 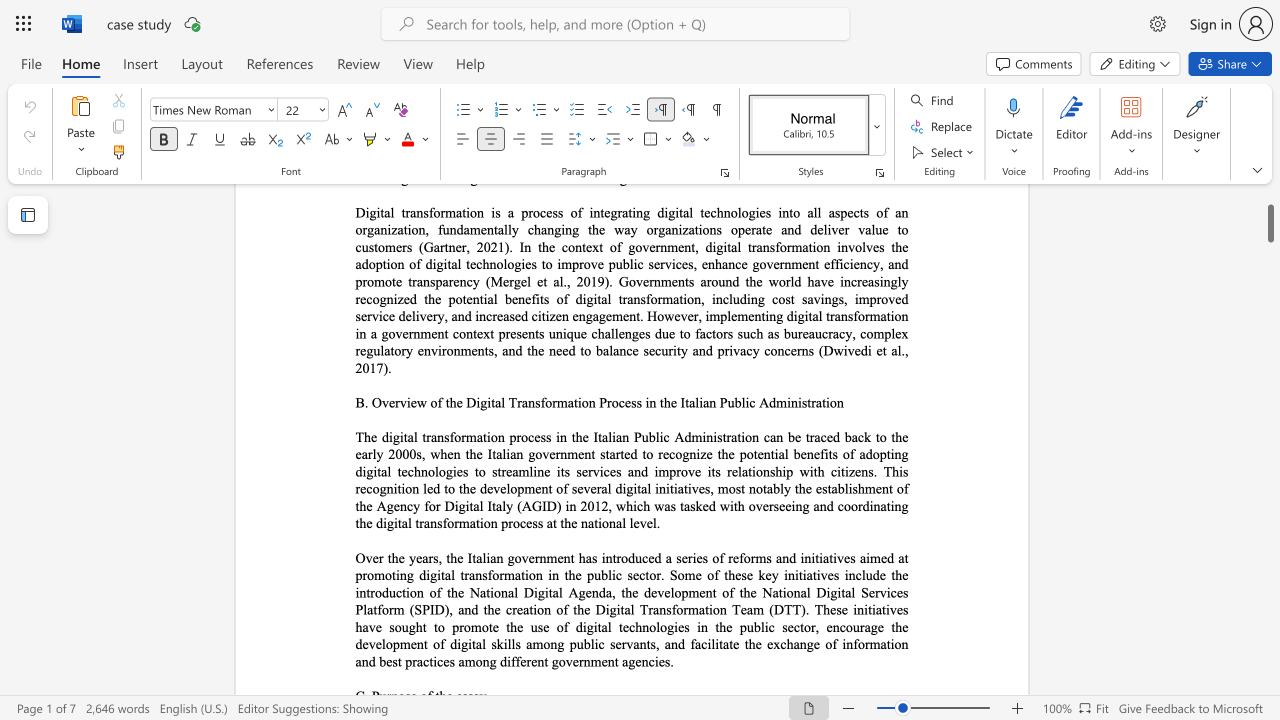 I want to click on the scrollbar and move up 210 pixels, so click(x=1269, y=215).